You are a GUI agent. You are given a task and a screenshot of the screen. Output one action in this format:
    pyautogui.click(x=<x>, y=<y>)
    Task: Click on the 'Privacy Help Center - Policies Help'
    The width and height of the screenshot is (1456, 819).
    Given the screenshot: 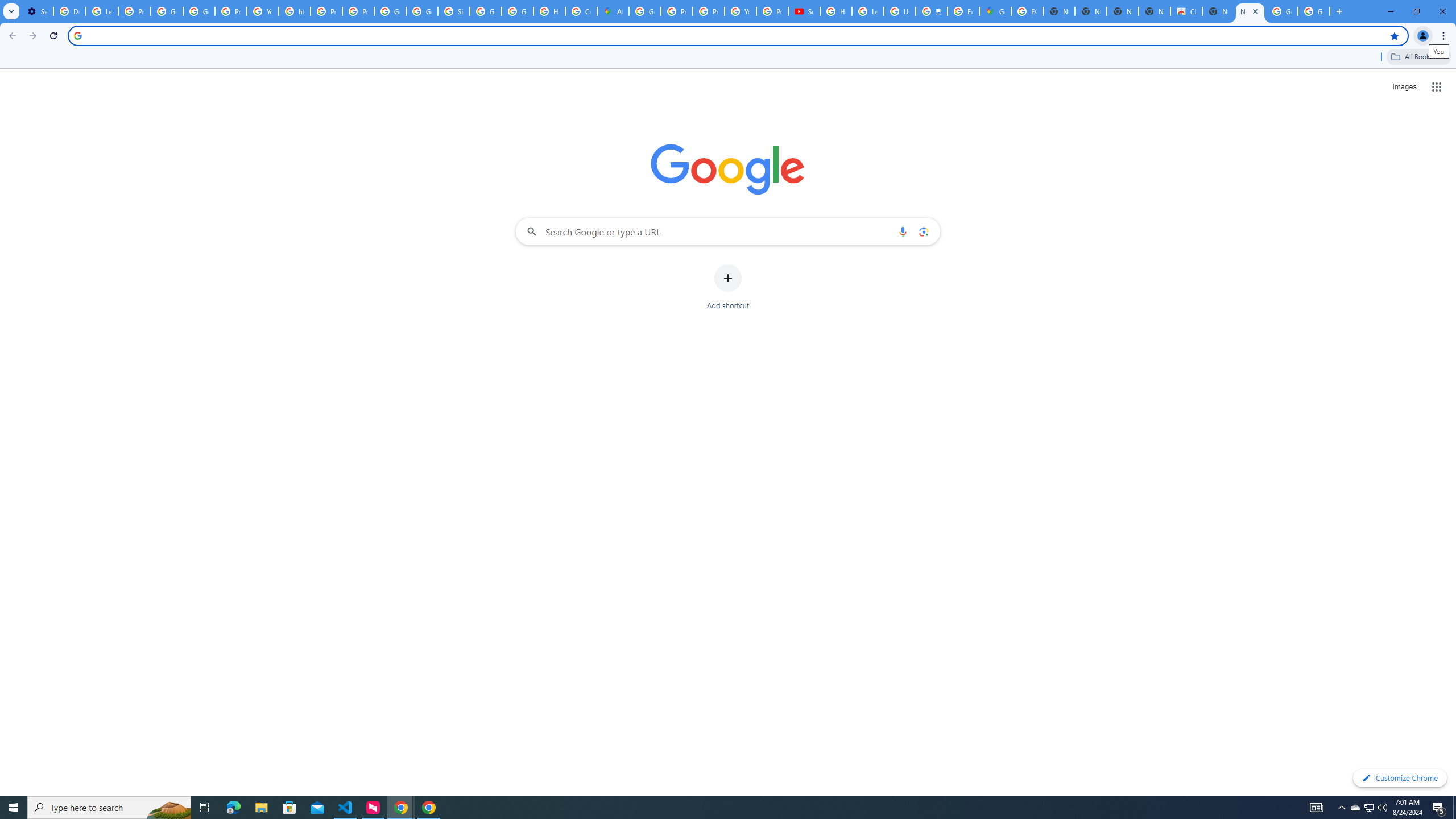 What is the action you would take?
    pyautogui.click(x=676, y=11)
    